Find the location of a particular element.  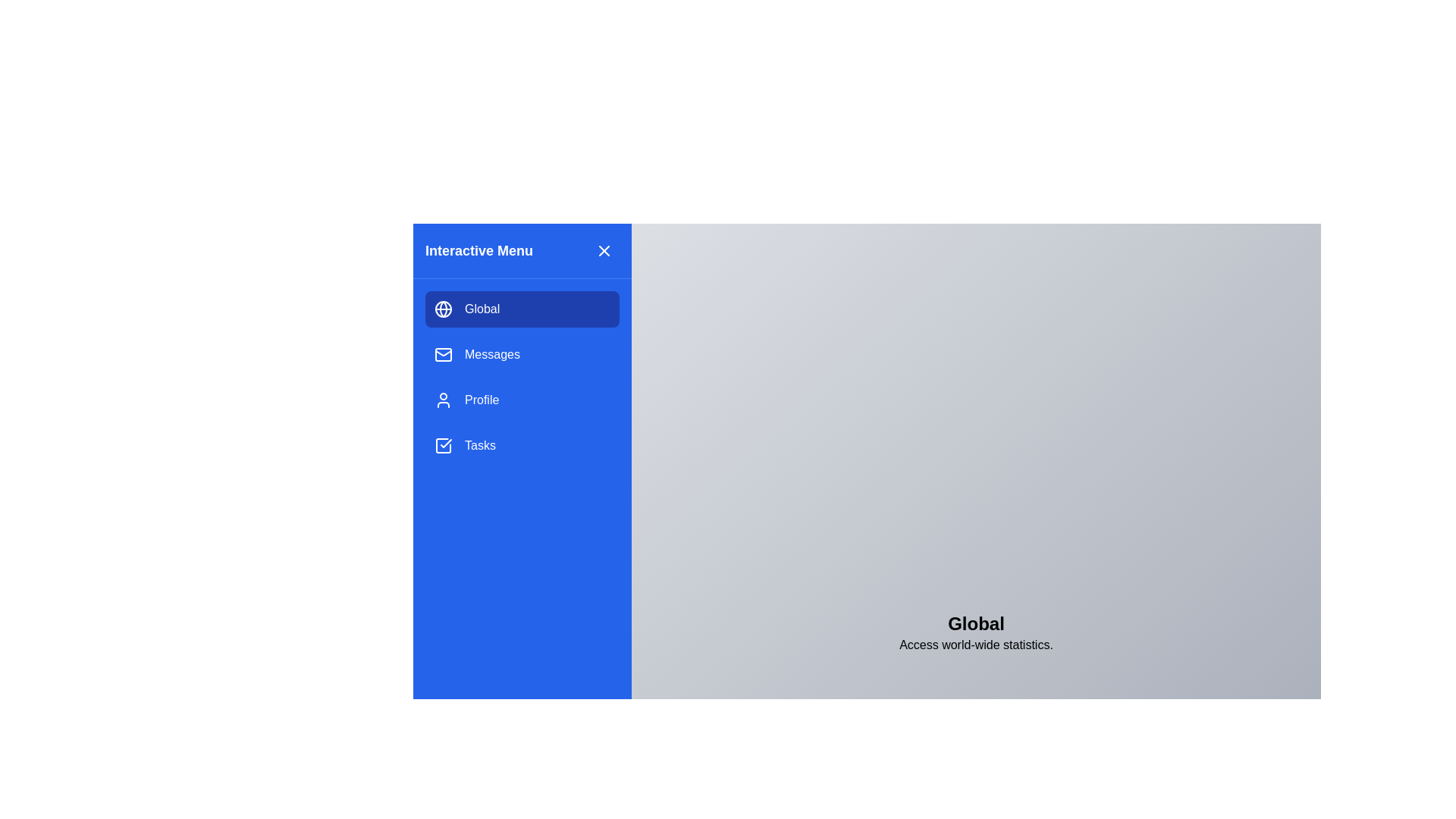

the text label 'Global' in the blue side navigation bar, which is part of the interactive menu item styled with a globe icon on the left is located at coordinates (482, 309).